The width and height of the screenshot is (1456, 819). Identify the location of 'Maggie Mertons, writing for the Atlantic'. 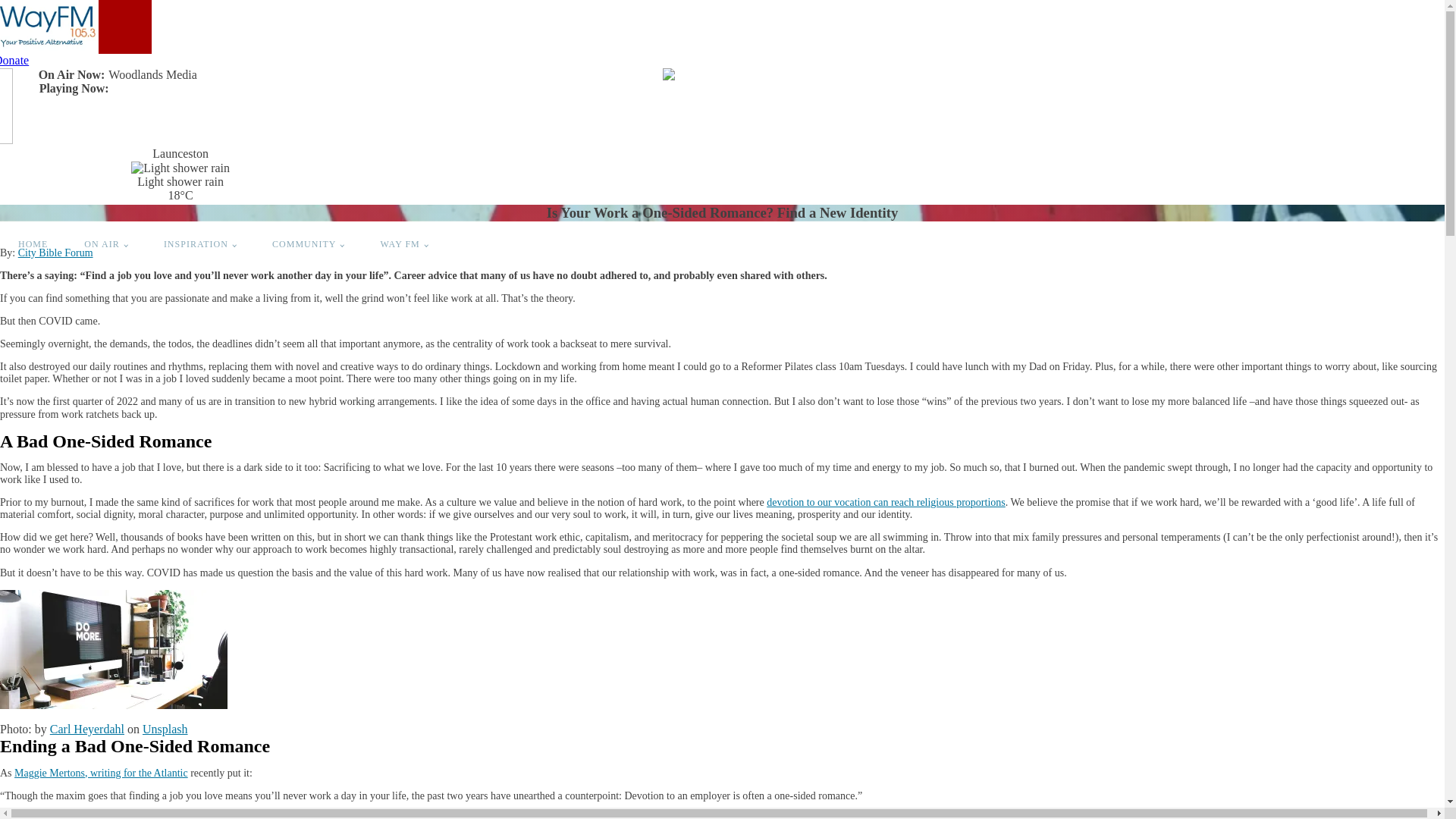
(100, 773).